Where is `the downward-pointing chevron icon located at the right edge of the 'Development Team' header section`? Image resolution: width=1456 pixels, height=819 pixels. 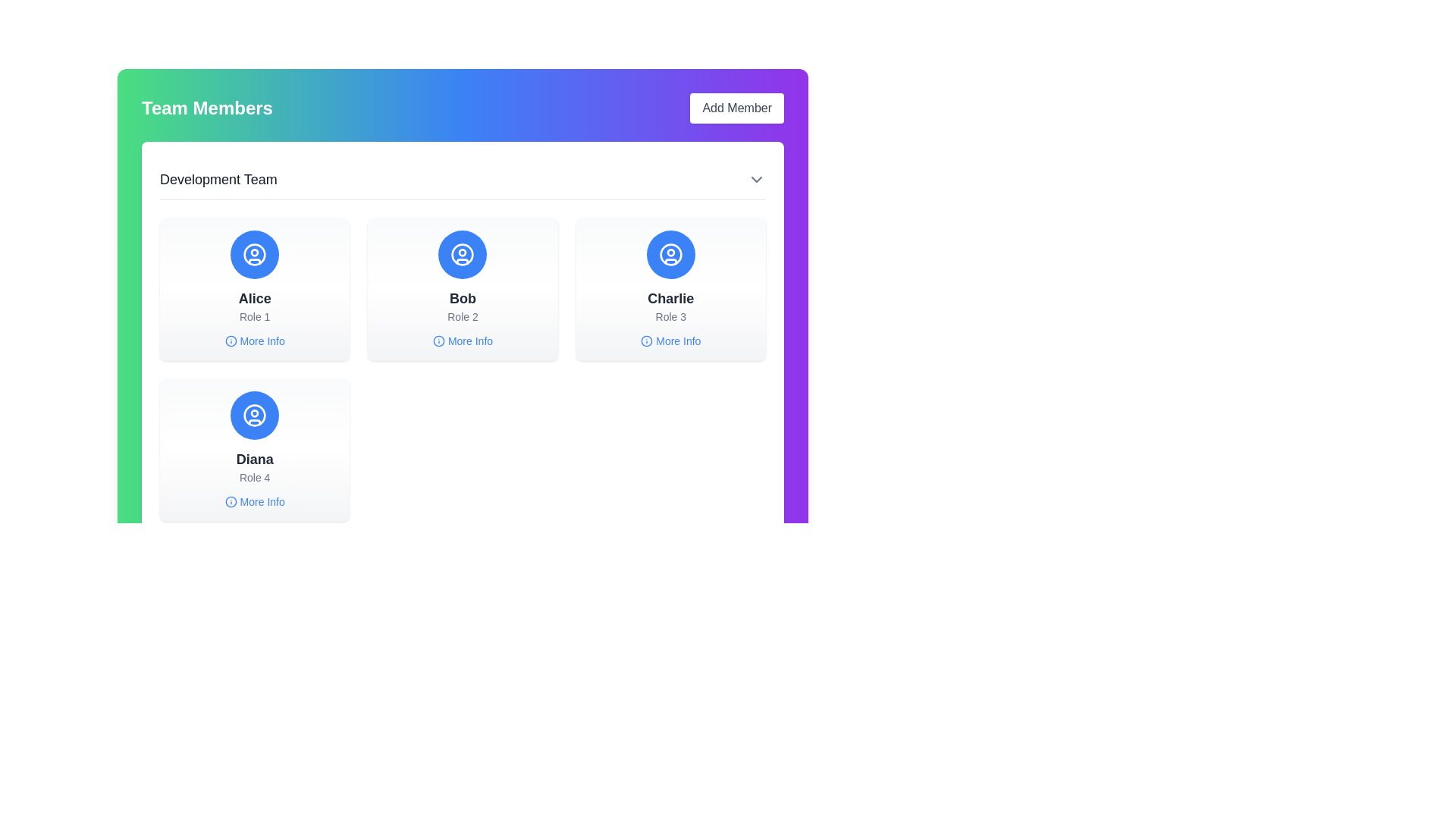 the downward-pointing chevron icon located at the right edge of the 'Development Team' header section is located at coordinates (757, 178).